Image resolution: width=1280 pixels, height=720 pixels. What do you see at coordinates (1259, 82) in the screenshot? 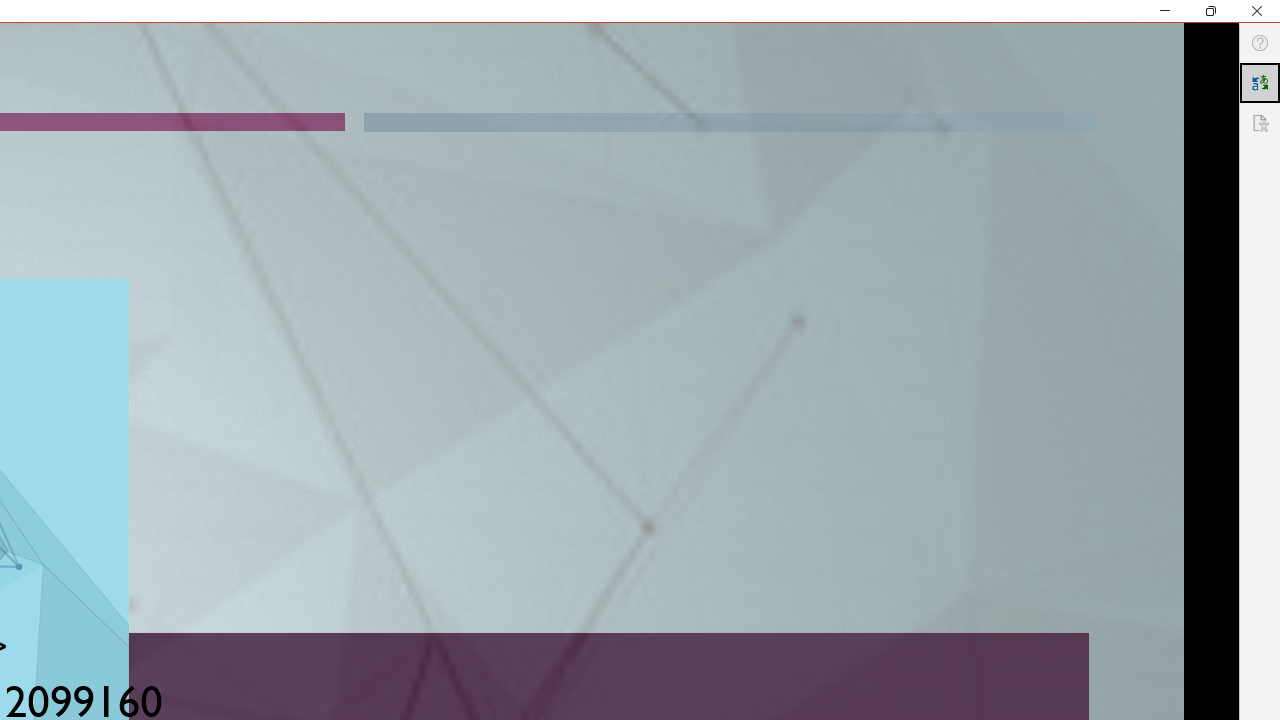
I see `'Translator'` at bounding box center [1259, 82].